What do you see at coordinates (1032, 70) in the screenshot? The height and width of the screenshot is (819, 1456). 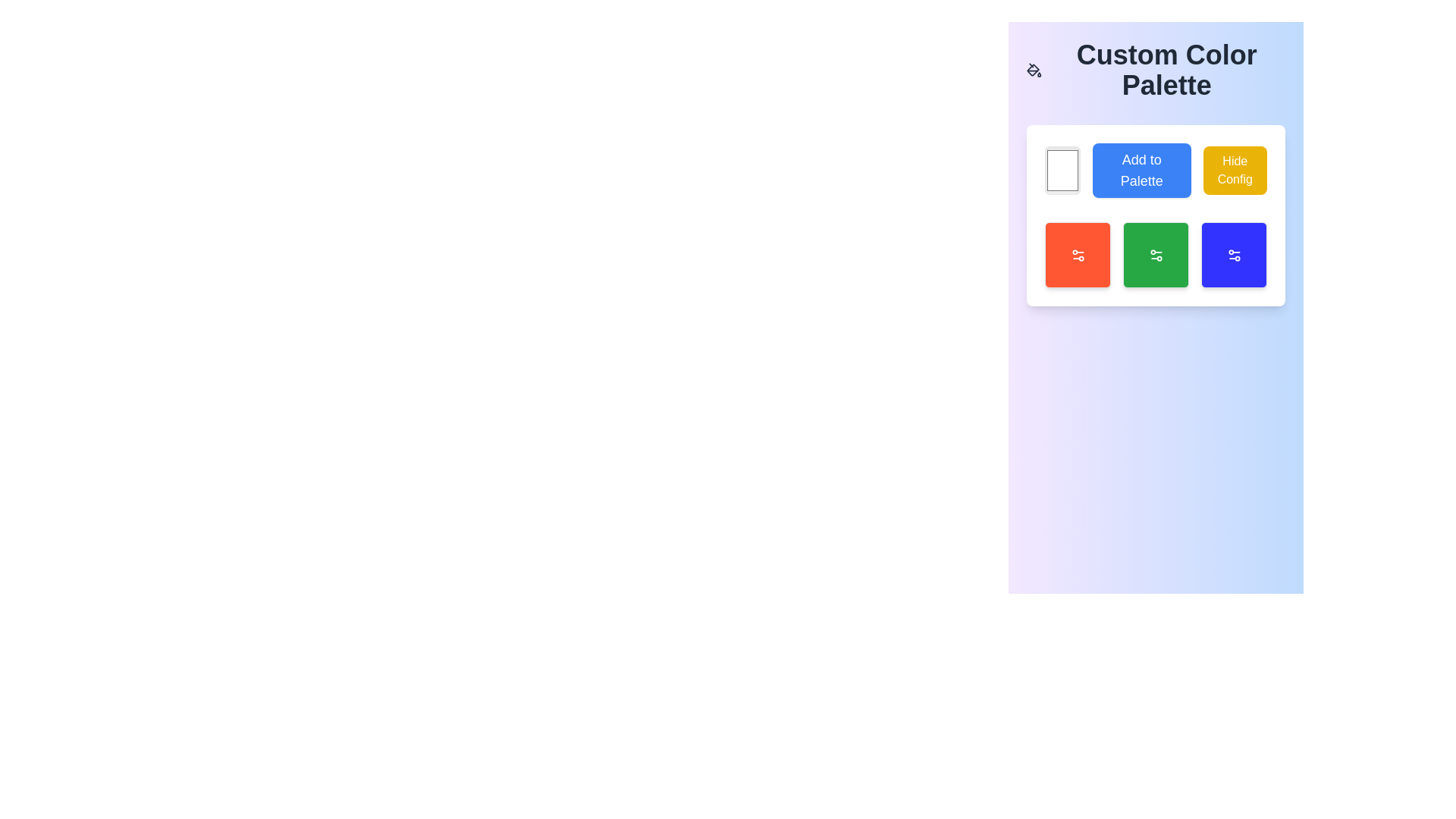 I see `the Decorative Icon located near the top-left corner of the interface, adjacent to the 'Custom Color Palette' text label, which visually represents a specific concept or function` at bounding box center [1032, 70].